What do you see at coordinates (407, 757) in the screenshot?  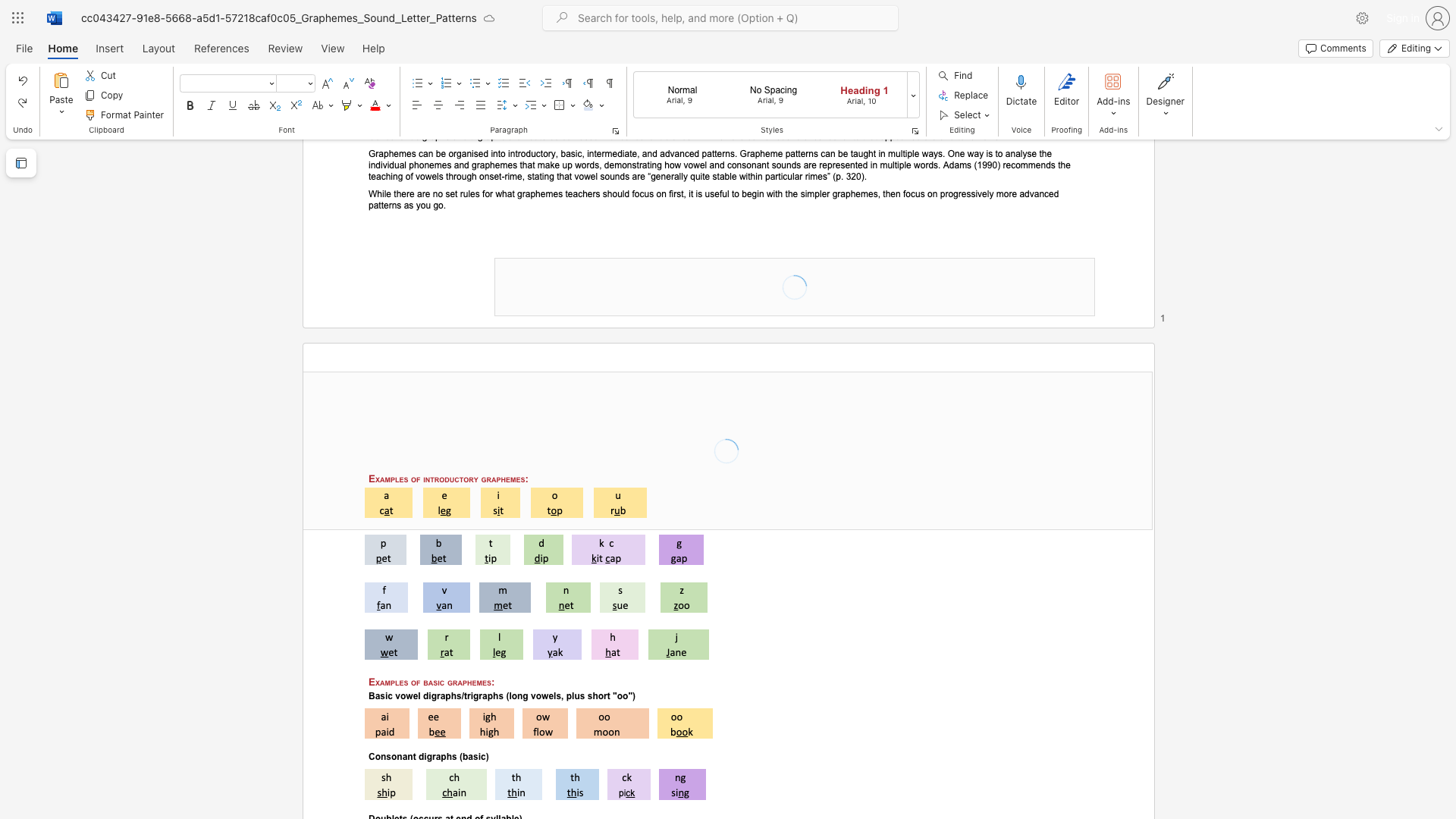 I see `the space between the continuous character "a" and "n" in the text` at bounding box center [407, 757].